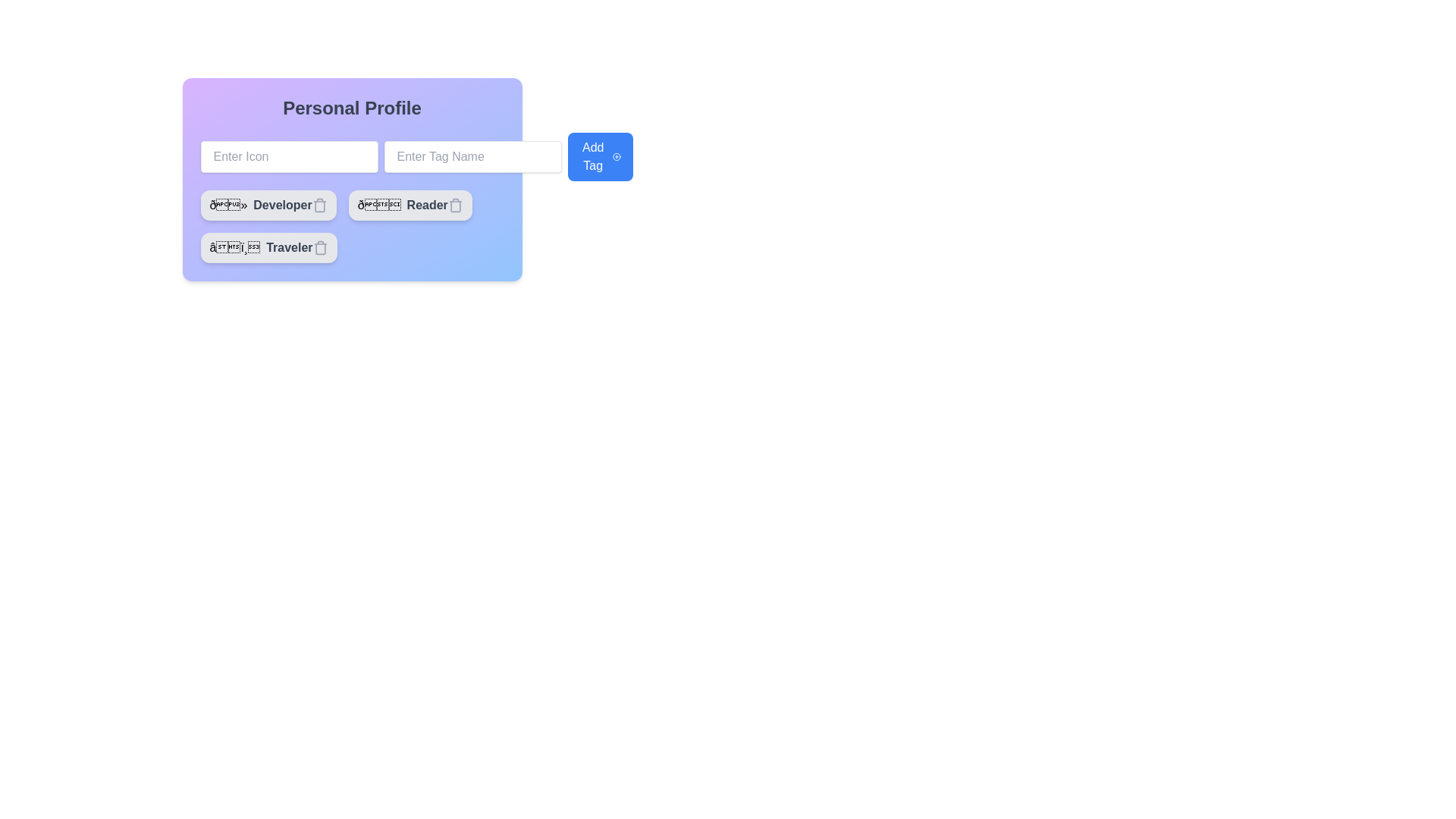 The width and height of the screenshot is (1456, 819). What do you see at coordinates (351, 107) in the screenshot?
I see `the 'Personal Profile' text label, which serves as a section header indicating the content related to profile tags` at bounding box center [351, 107].